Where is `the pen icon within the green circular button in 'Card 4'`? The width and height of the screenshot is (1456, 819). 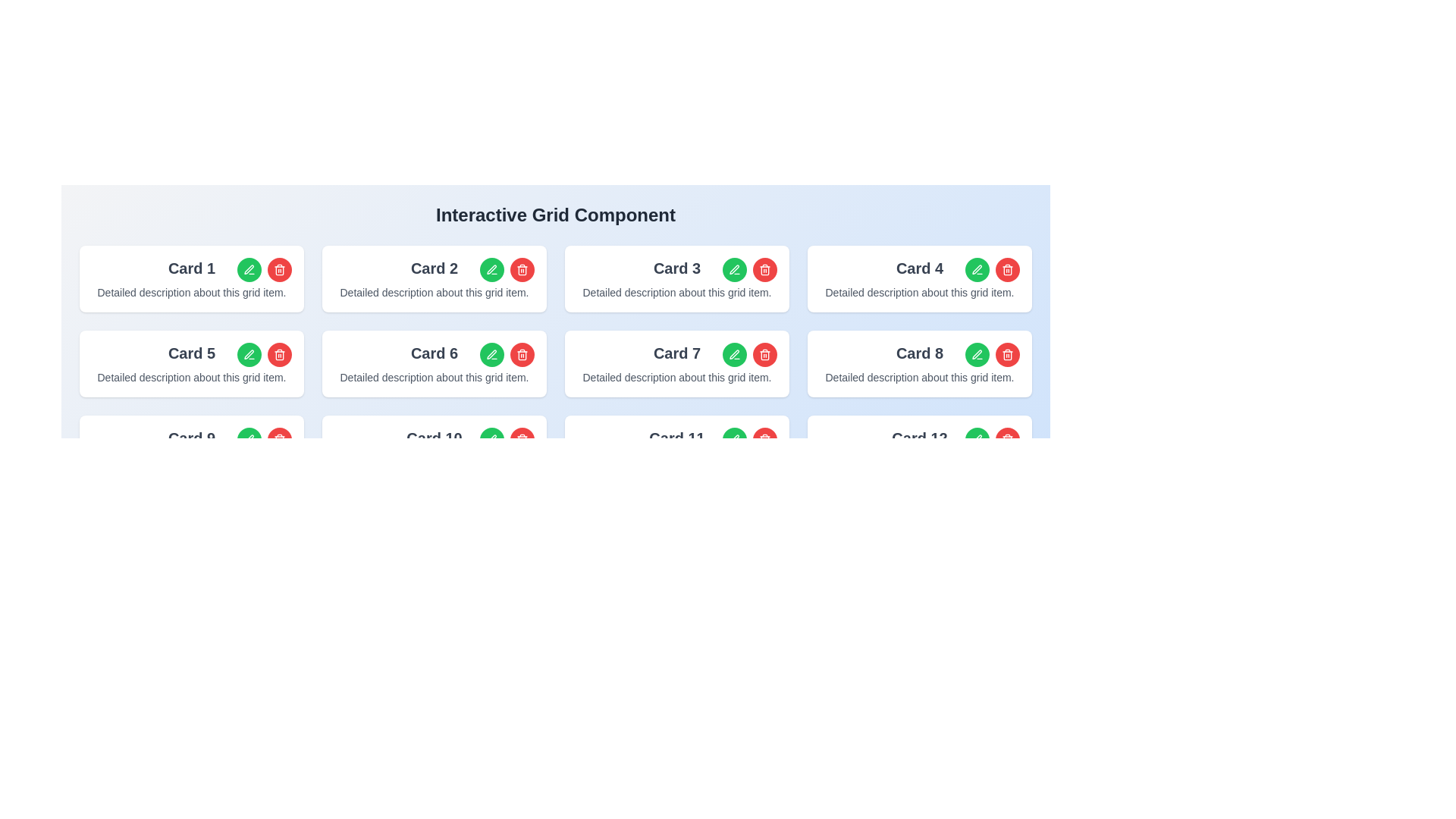
the pen icon within the green circular button in 'Card 4' is located at coordinates (977, 439).